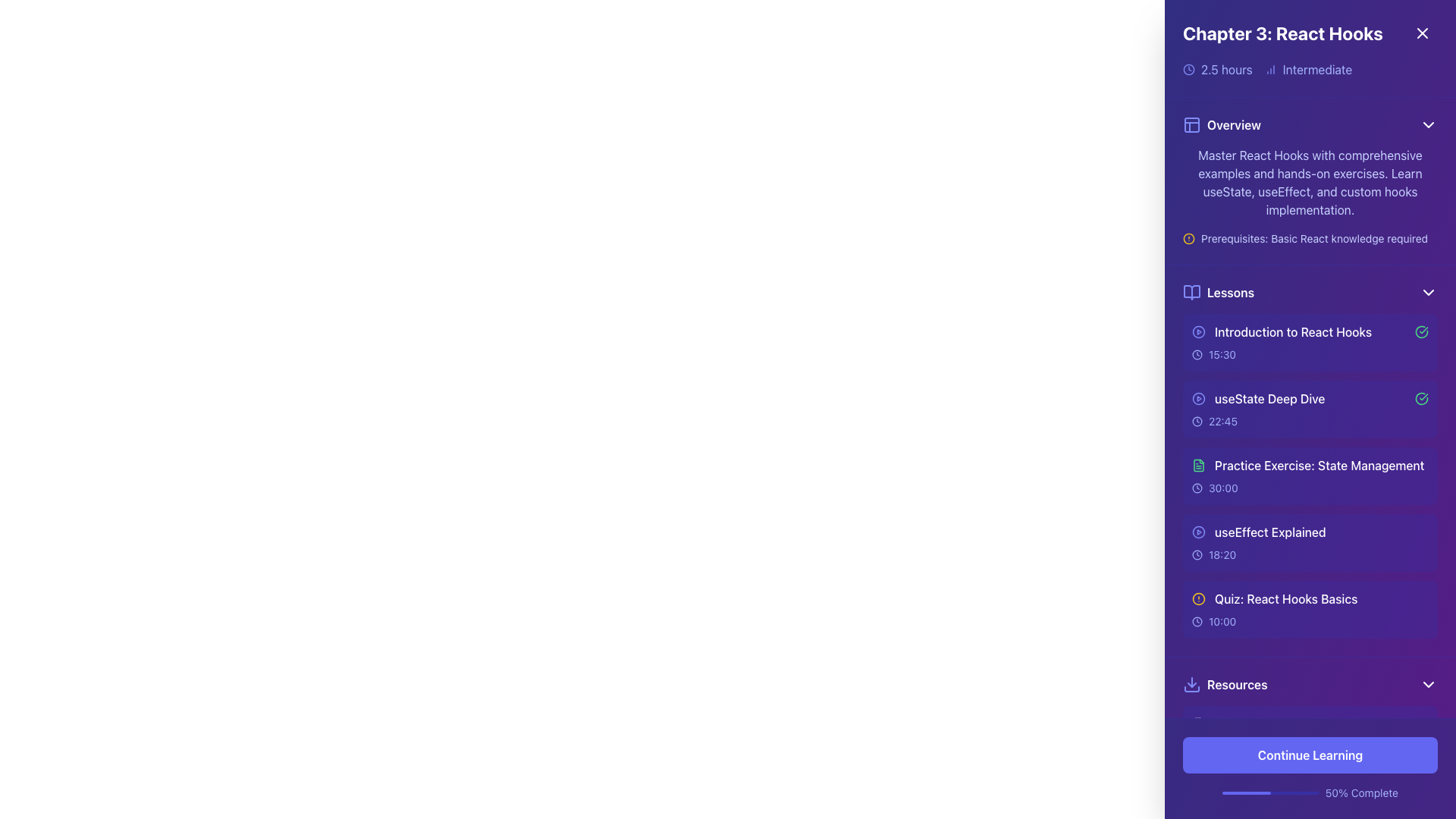 Image resolution: width=1456 pixels, height=819 pixels. Describe the element at coordinates (1310, 181) in the screenshot. I see `the first text block in the 'Overview' section under 'Chapter 3: React Hooks', styled in lighter indigo color on a dark purple background, to enhance accessibility` at that location.